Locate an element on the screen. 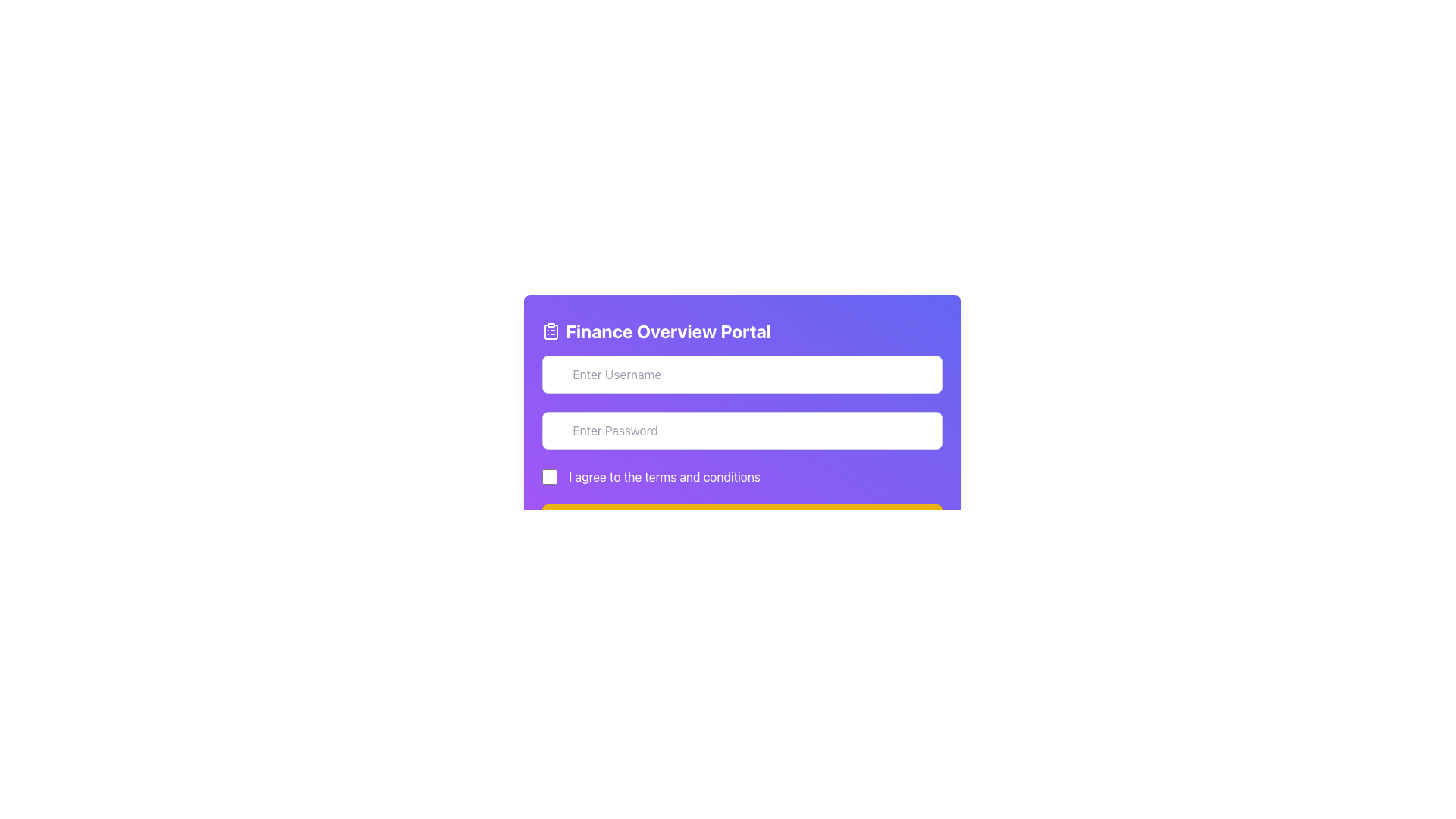 The image size is (1456, 819). the decorative finance icon located at the upper left corner of the purple header section, before the 'Finance Overview Portal' text is located at coordinates (550, 330).